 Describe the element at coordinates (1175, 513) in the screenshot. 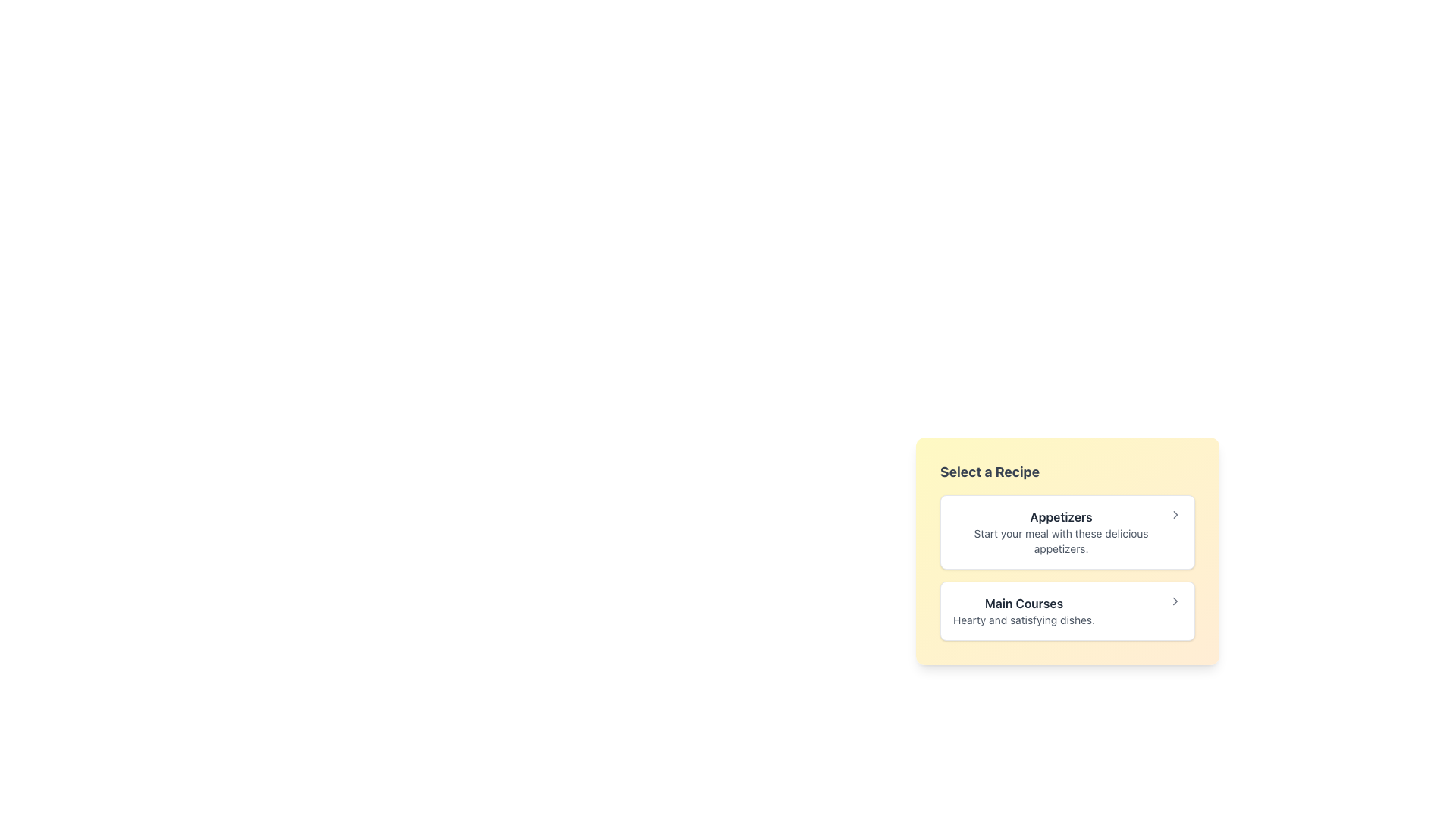

I see `the minimalistic right-pointing chevron icon located in the 'Appetizers' menu option` at that location.